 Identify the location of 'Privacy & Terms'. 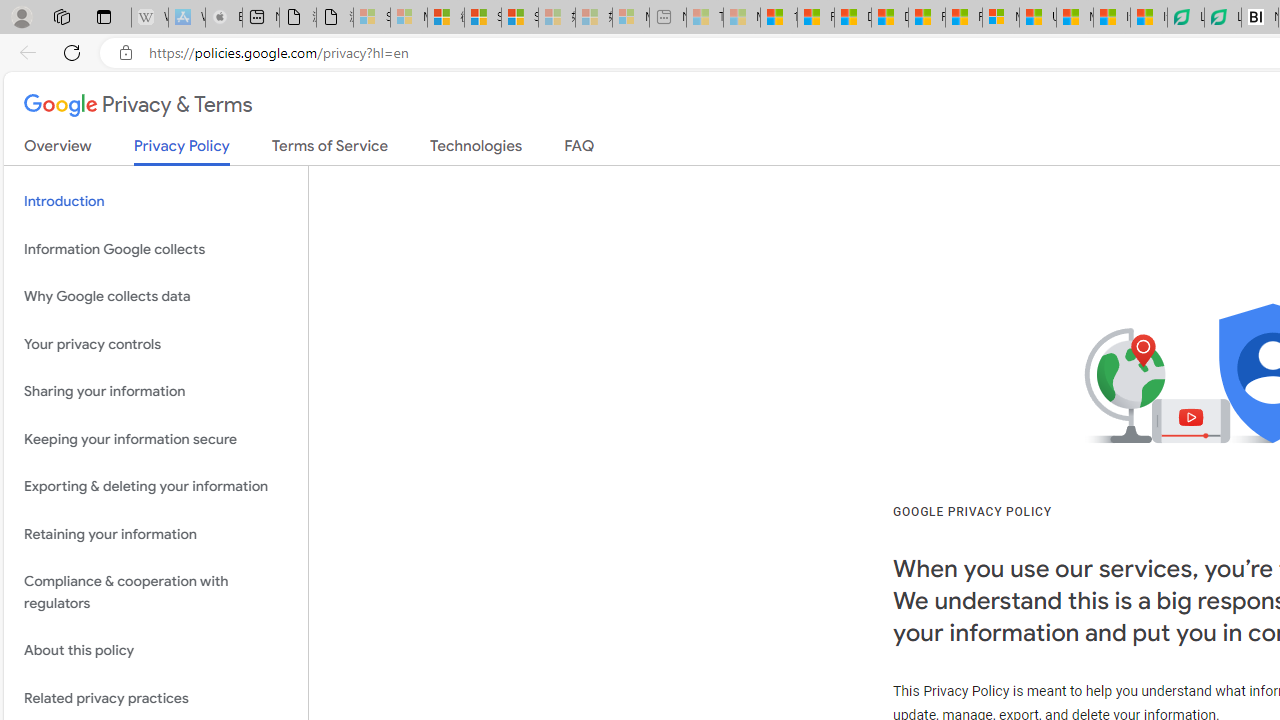
(137, 106).